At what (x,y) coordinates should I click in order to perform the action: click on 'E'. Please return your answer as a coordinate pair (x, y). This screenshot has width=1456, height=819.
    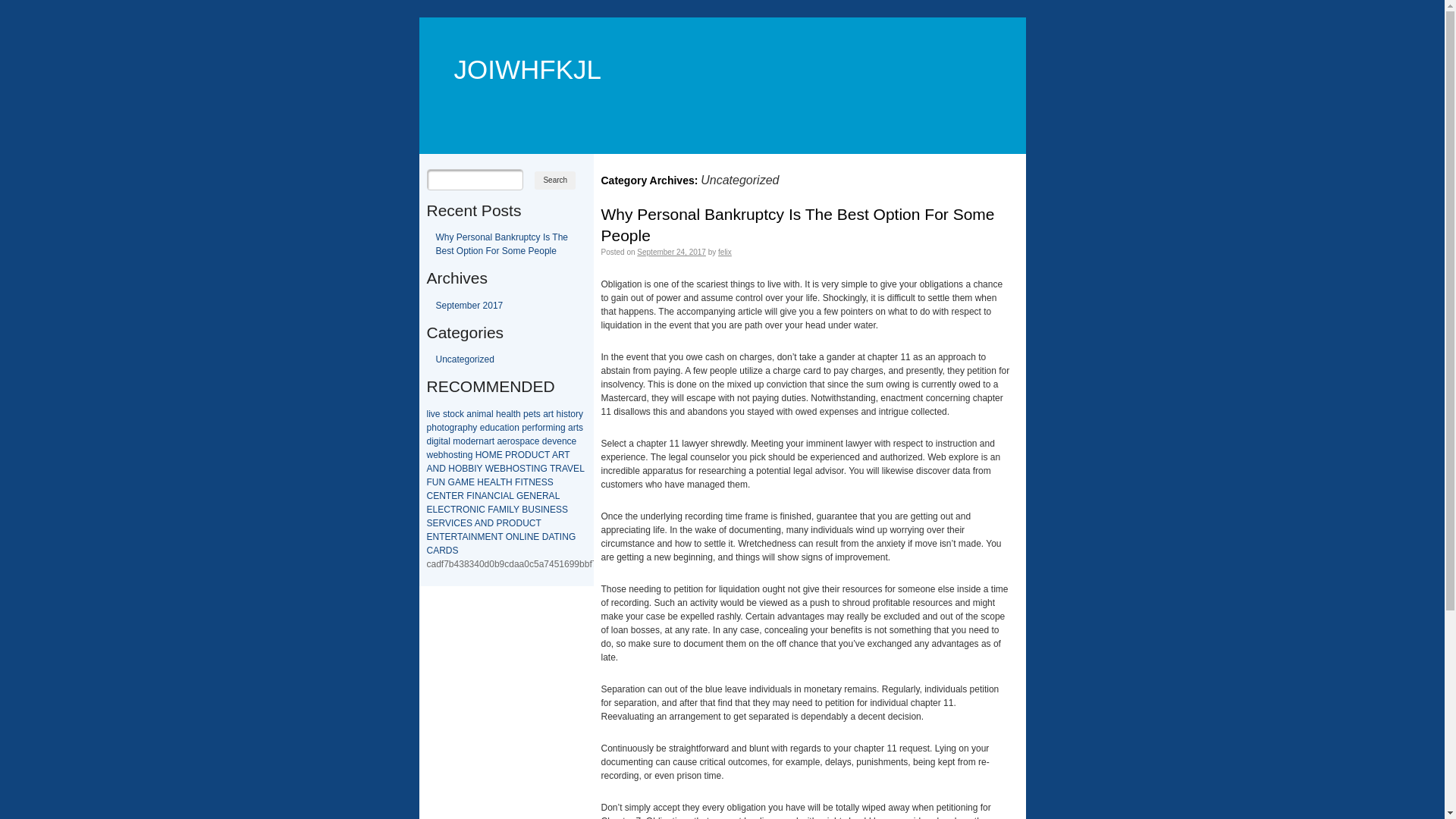
    Looking at the image, I should click on (487, 482).